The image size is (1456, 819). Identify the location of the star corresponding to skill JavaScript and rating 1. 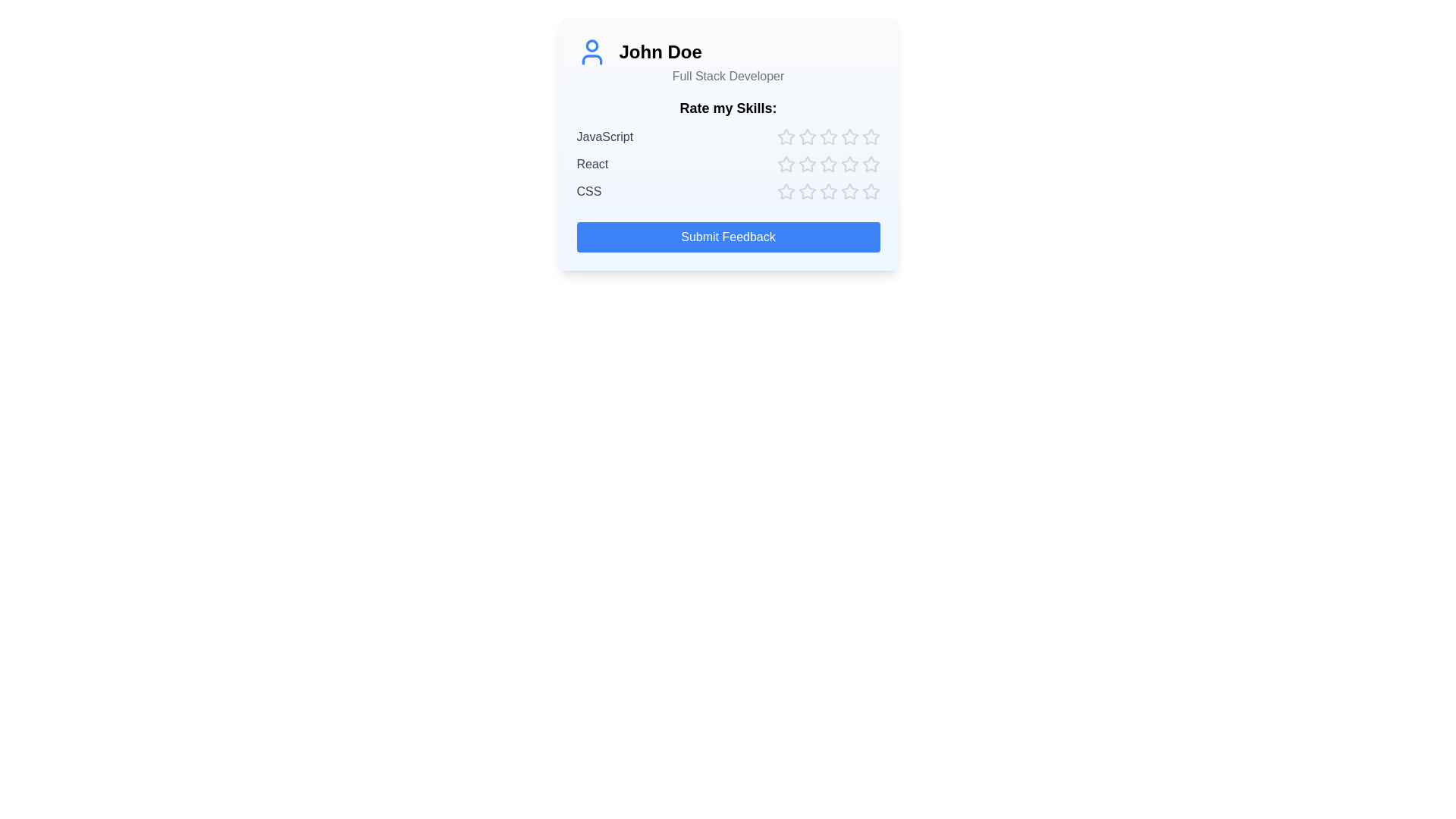
(786, 137).